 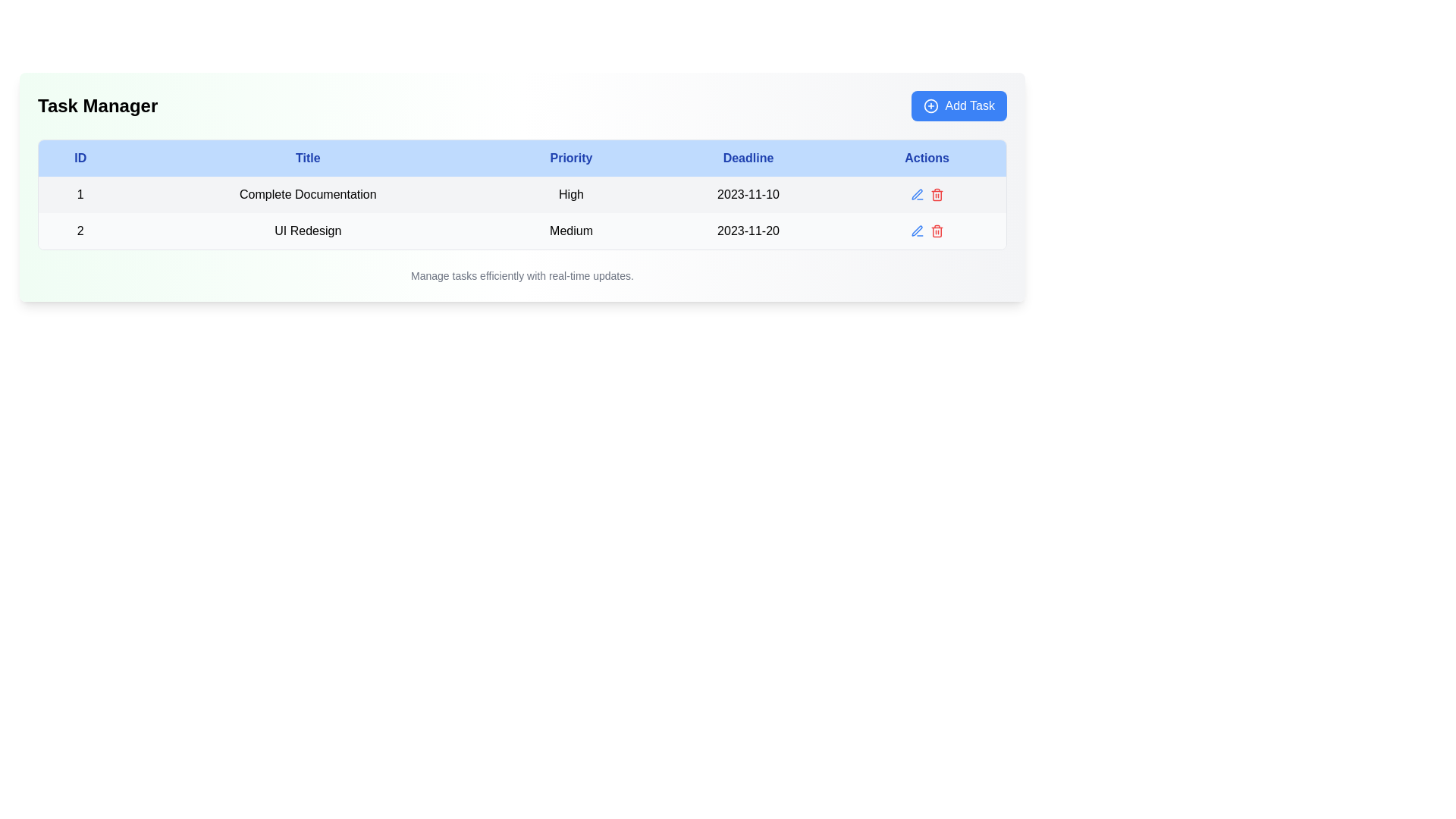 What do you see at coordinates (916, 193) in the screenshot?
I see `the edit pen icon in the 'Actions' column of the second row to initiate editing of the row data` at bounding box center [916, 193].